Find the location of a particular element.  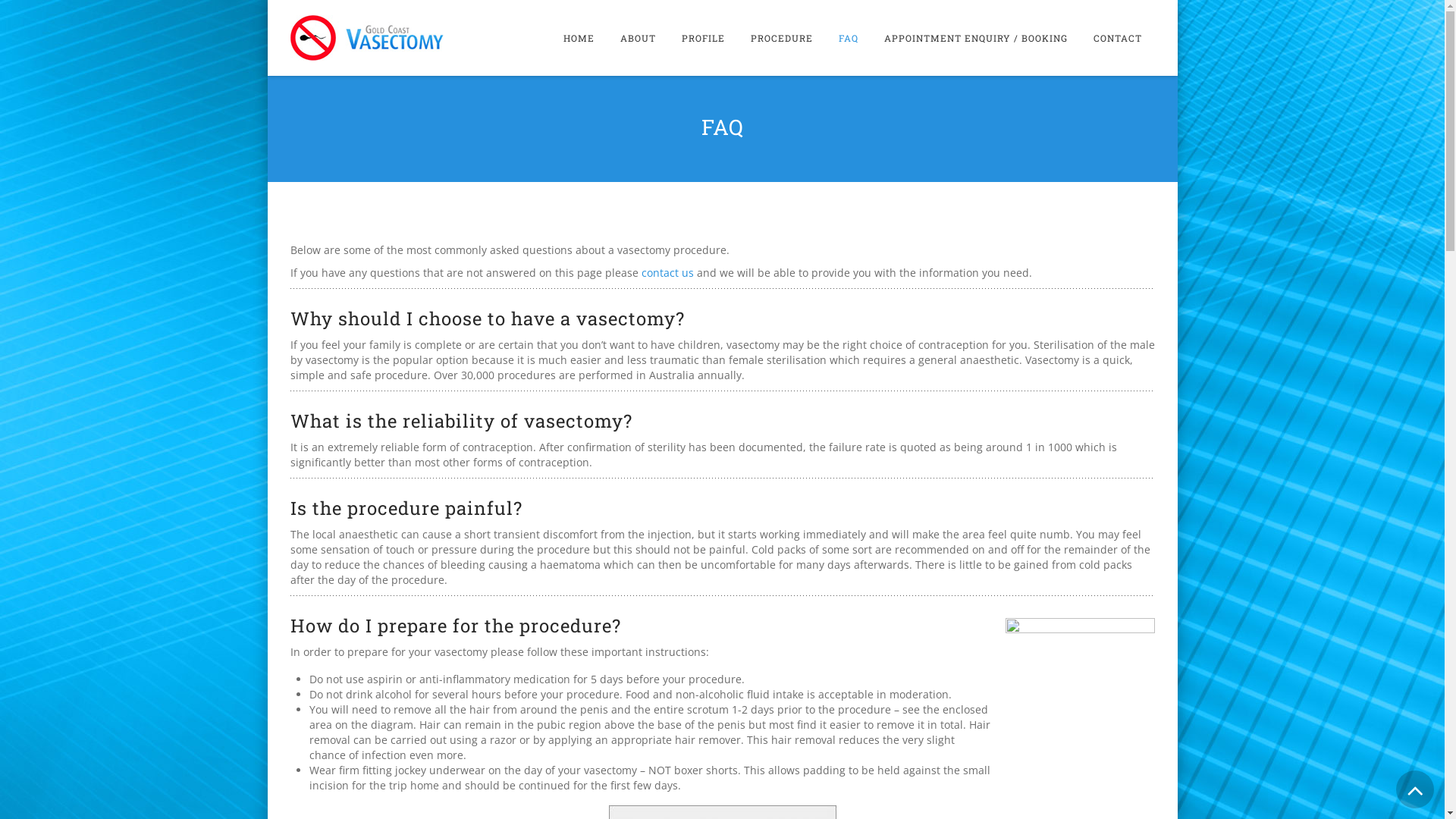

'HOME' is located at coordinates (578, 37).